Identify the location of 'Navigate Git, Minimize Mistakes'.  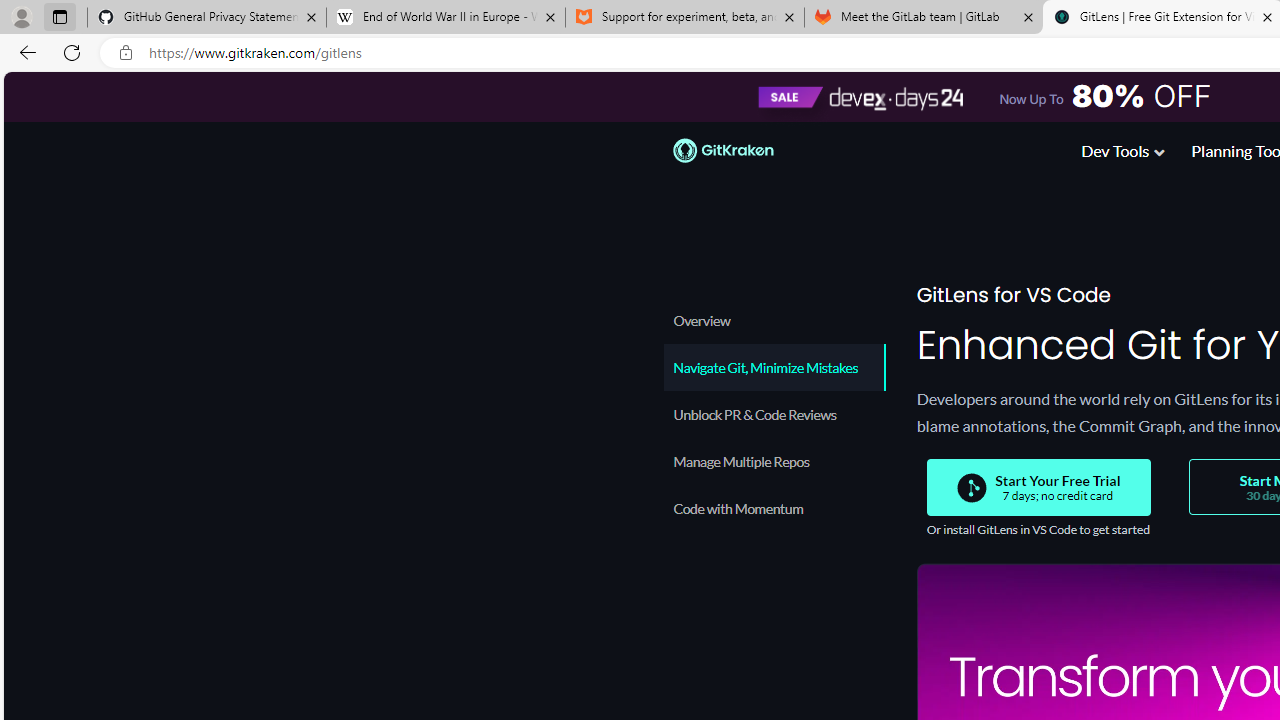
(772, 367).